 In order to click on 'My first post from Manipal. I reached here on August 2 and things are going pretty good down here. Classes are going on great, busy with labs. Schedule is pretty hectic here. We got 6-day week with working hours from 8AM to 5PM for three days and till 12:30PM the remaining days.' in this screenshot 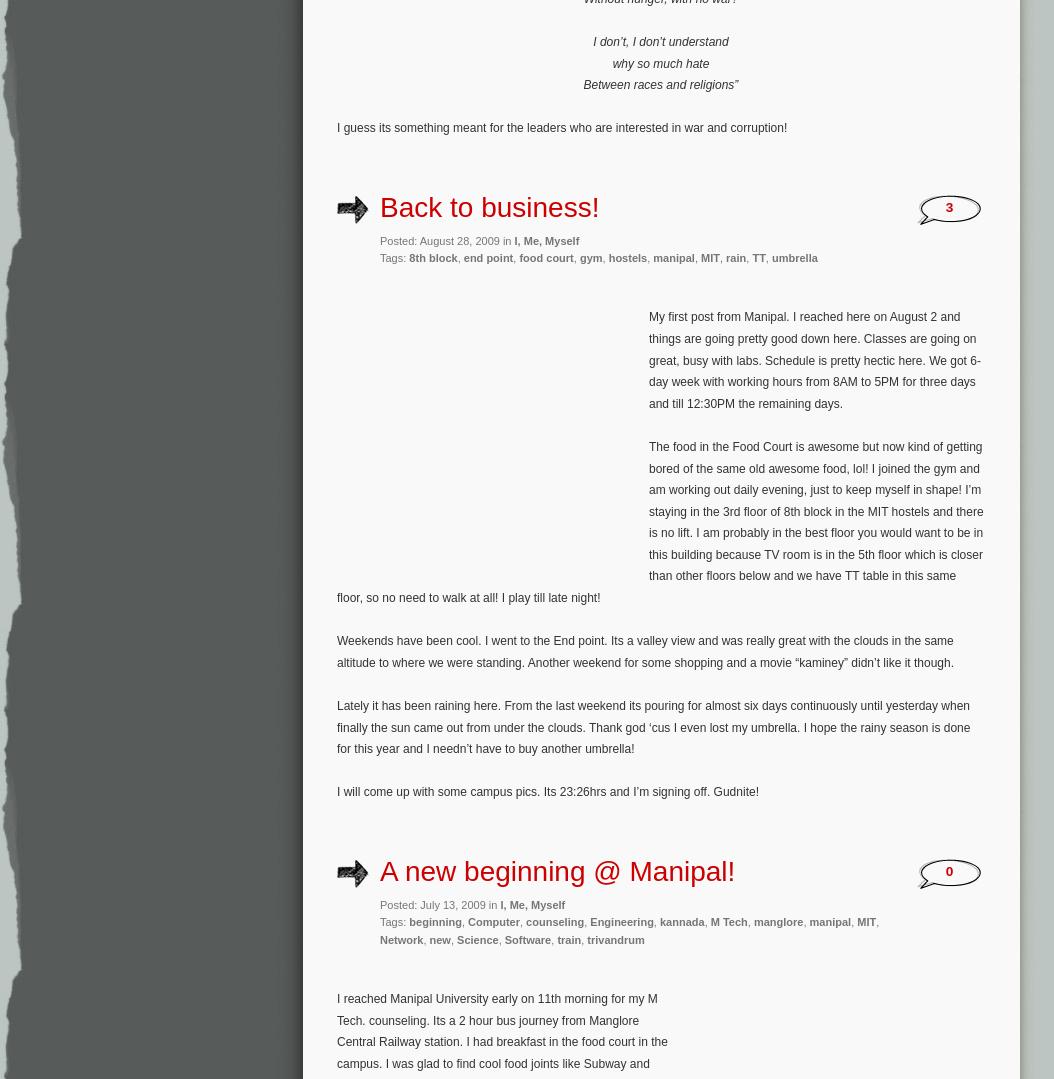, I will do `click(813, 359)`.